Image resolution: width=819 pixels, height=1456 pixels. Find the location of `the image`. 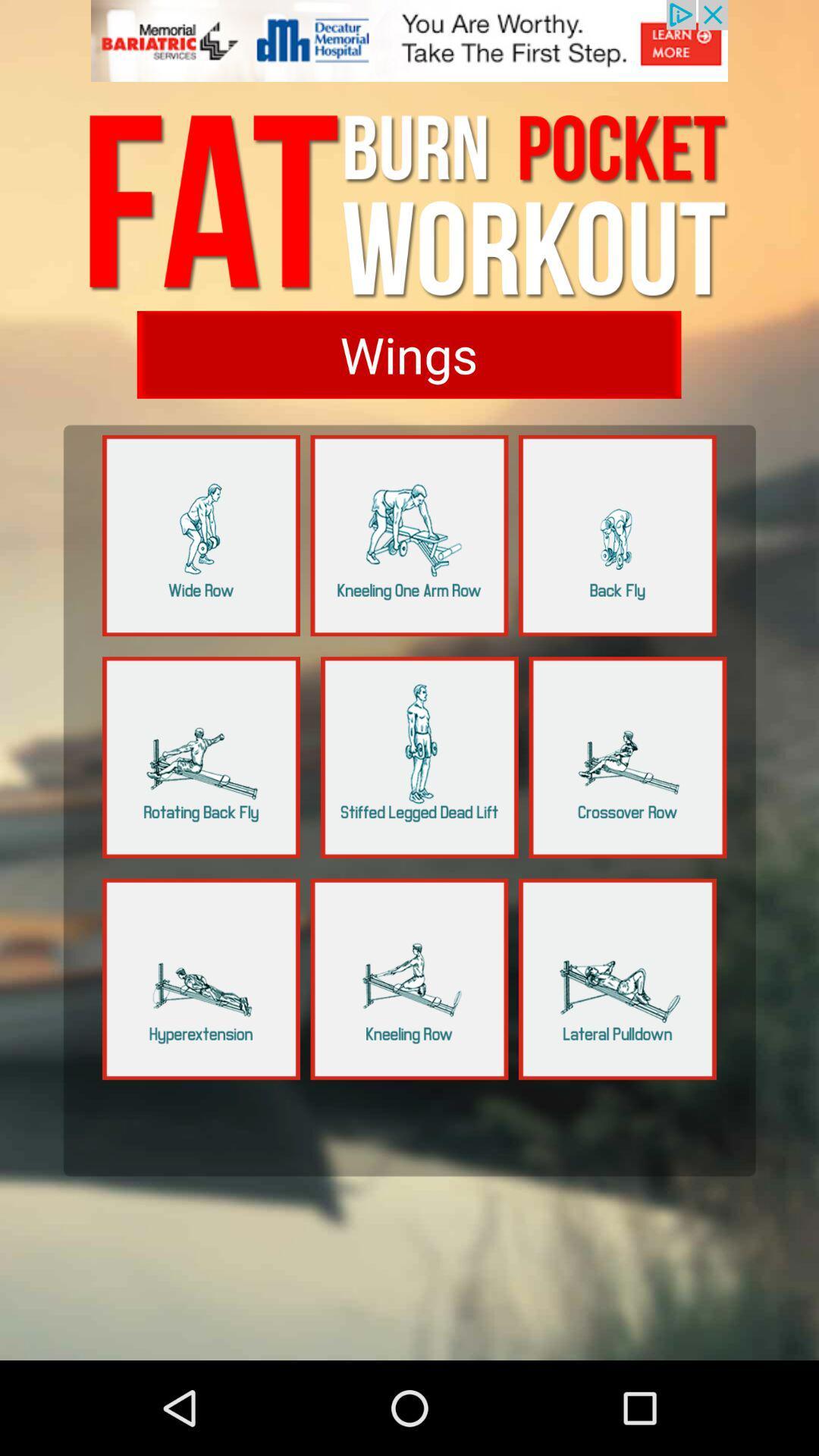

the image is located at coordinates (419, 757).